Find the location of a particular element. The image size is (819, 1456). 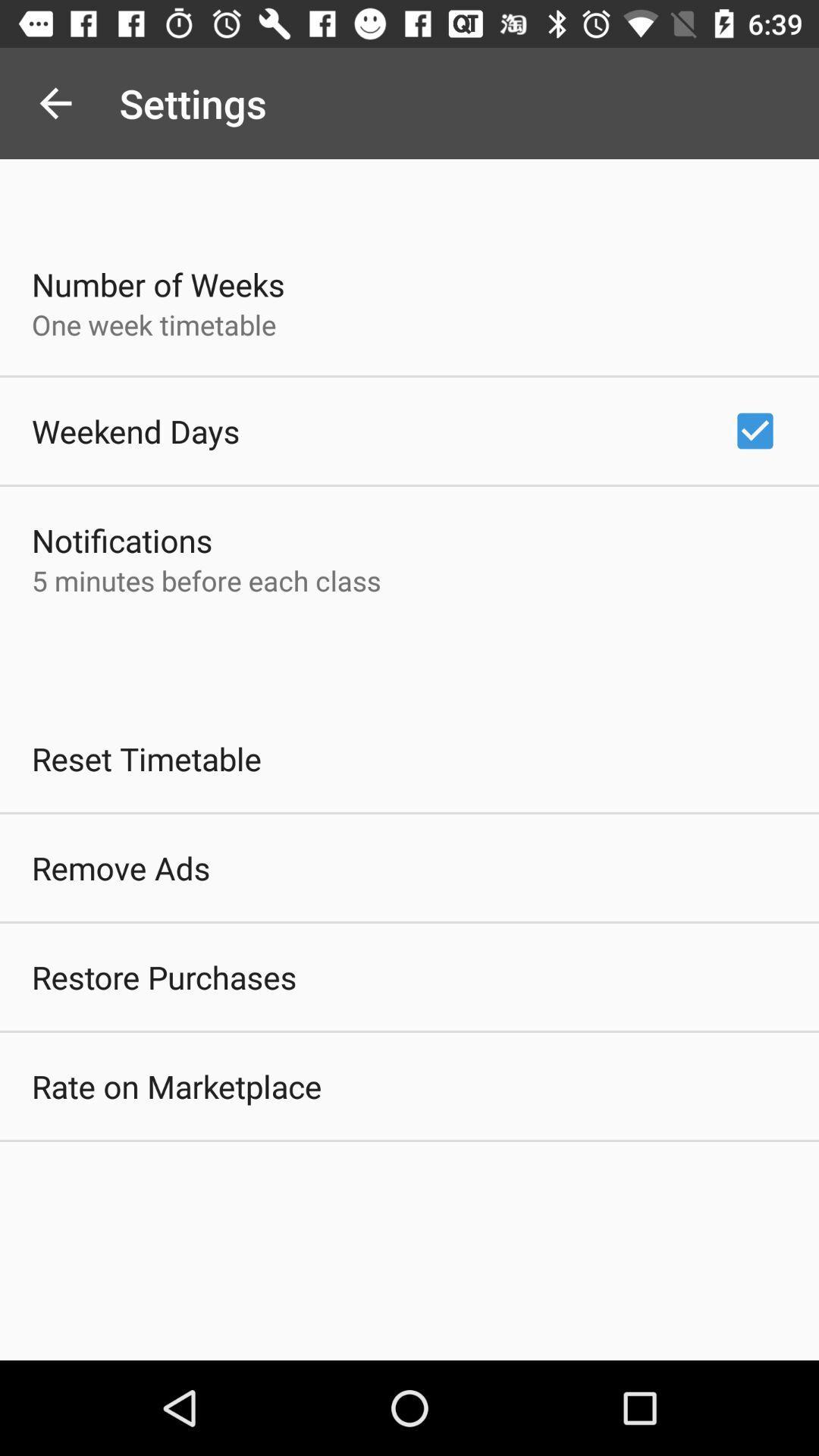

icon to the left of settings app is located at coordinates (55, 102).